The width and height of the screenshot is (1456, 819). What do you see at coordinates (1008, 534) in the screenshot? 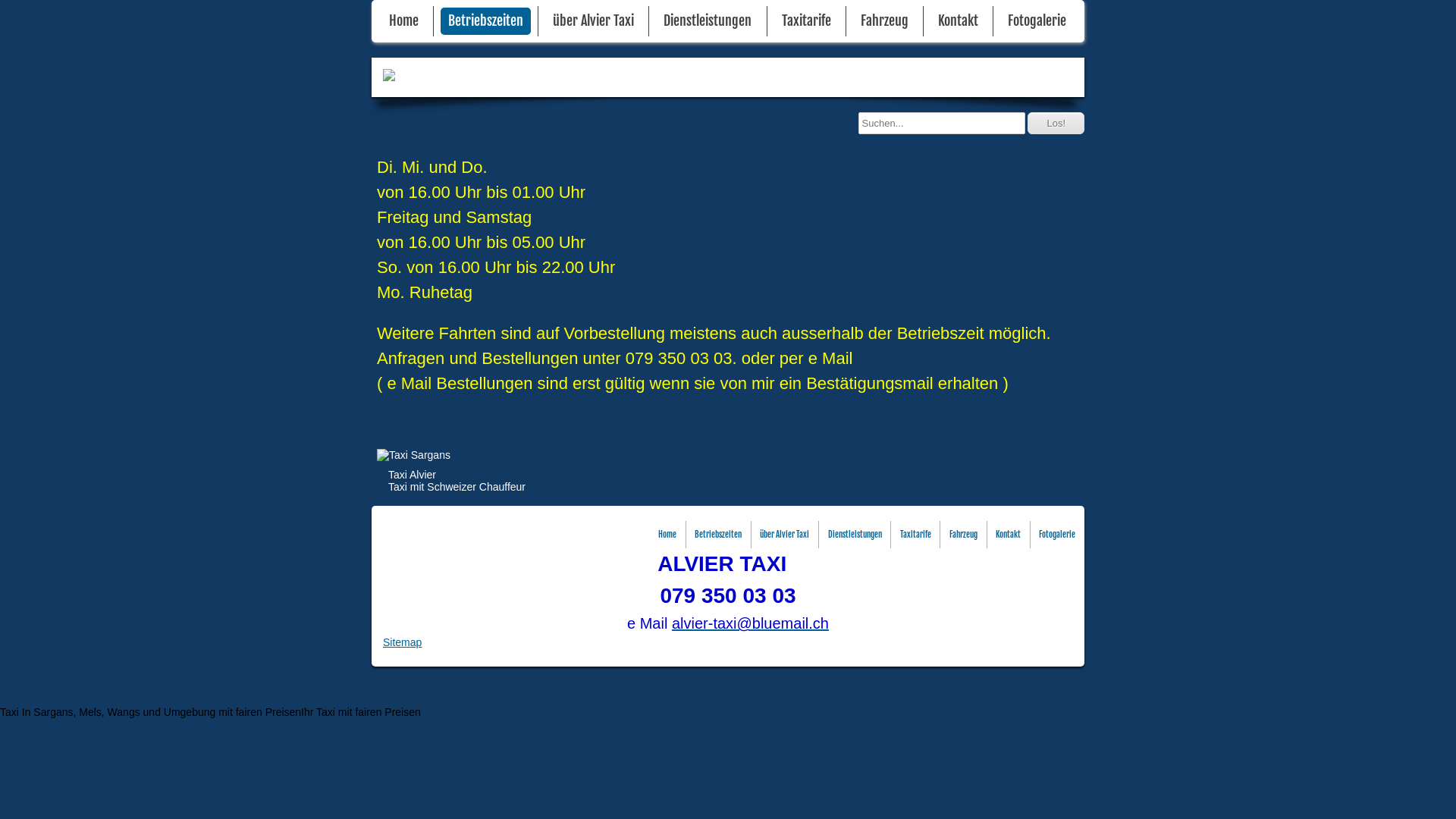
I see `'Kontakt'` at bounding box center [1008, 534].